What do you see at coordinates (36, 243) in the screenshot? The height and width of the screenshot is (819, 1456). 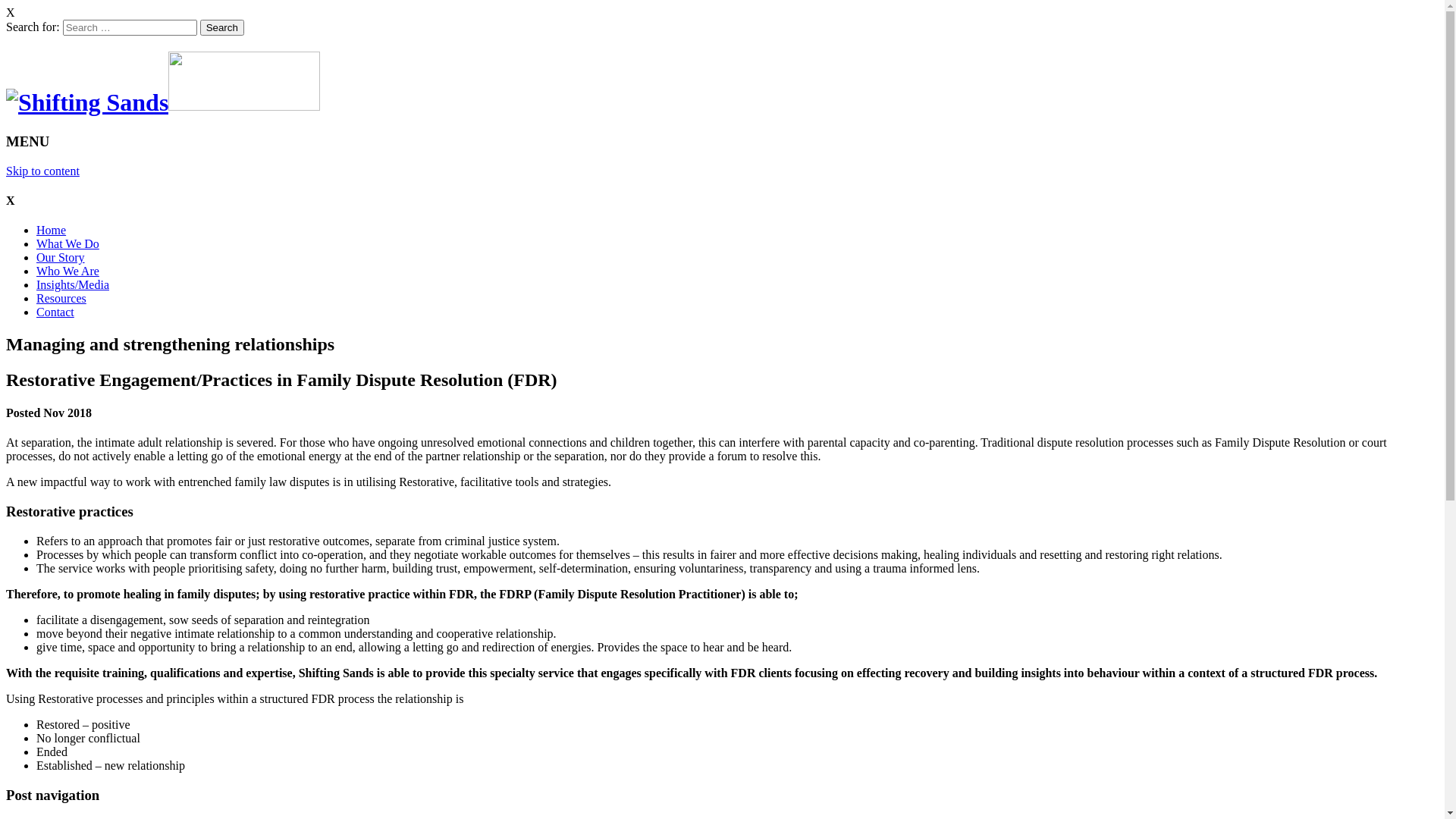 I see `'What We Do'` at bounding box center [36, 243].